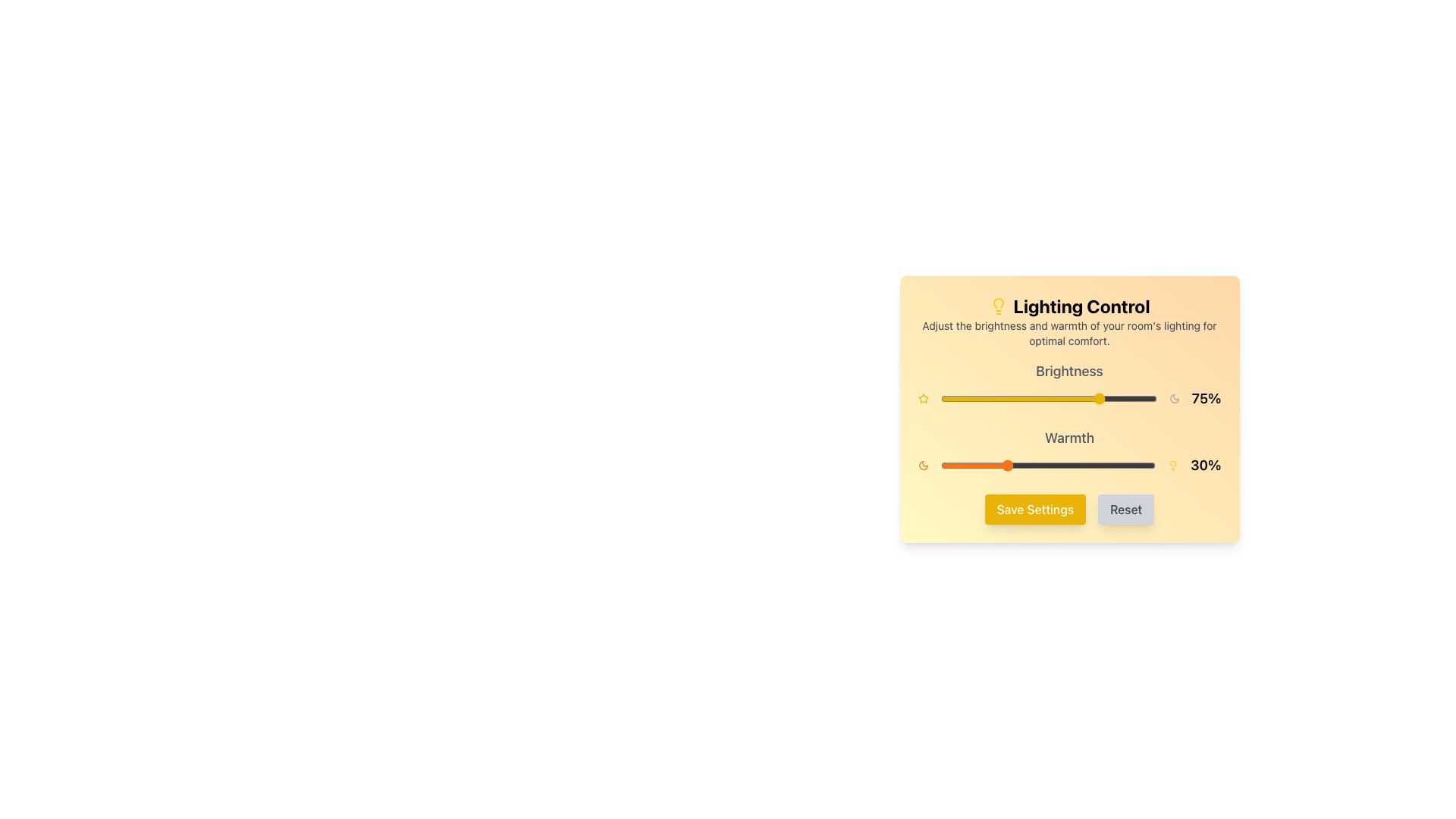 This screenshot has height=819, width=1456. Describe the element at coordinates (1106, 397) in the screenshot. I see `the brightness` at that location.